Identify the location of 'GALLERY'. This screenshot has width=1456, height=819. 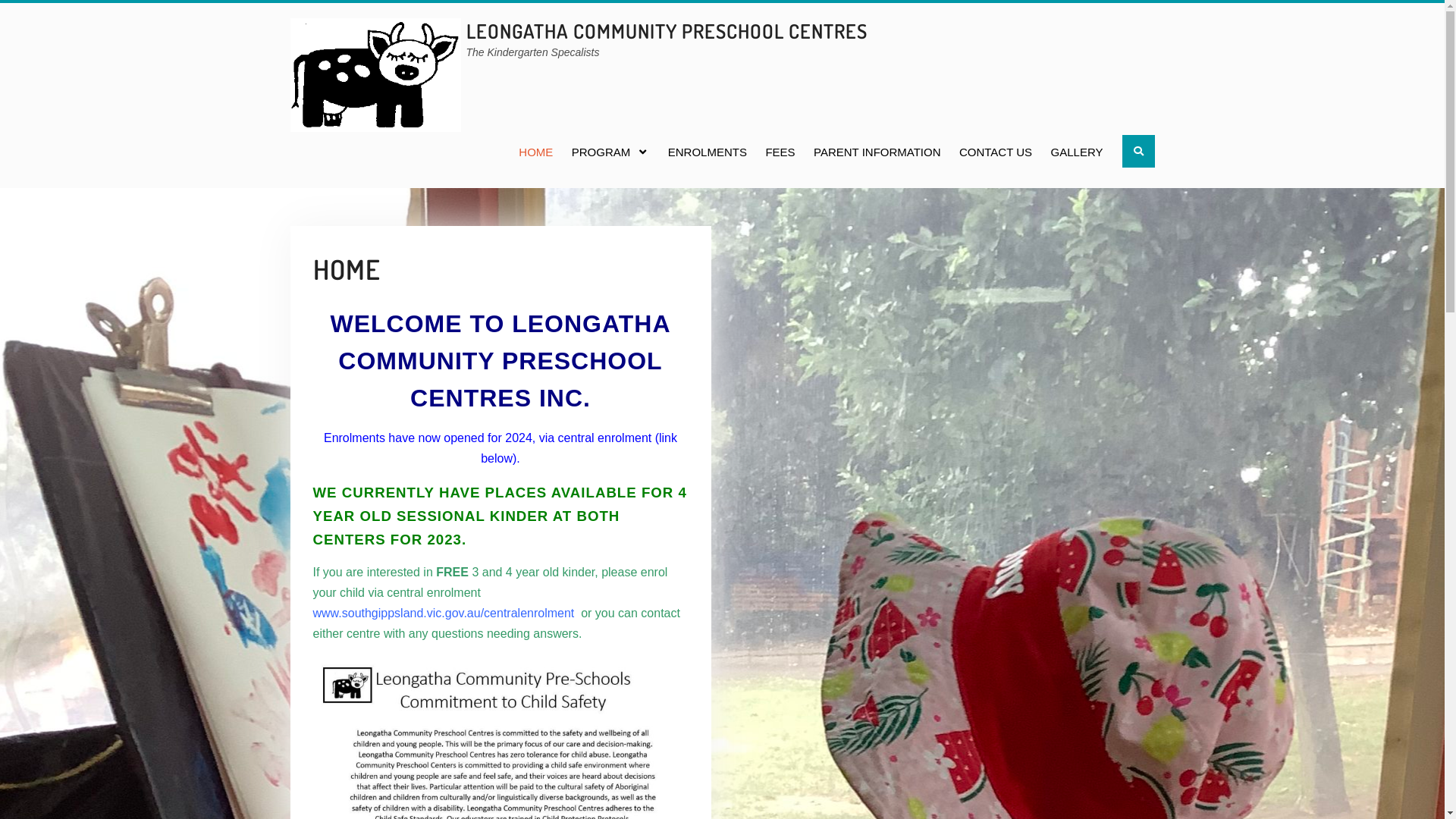
(1076, 152).